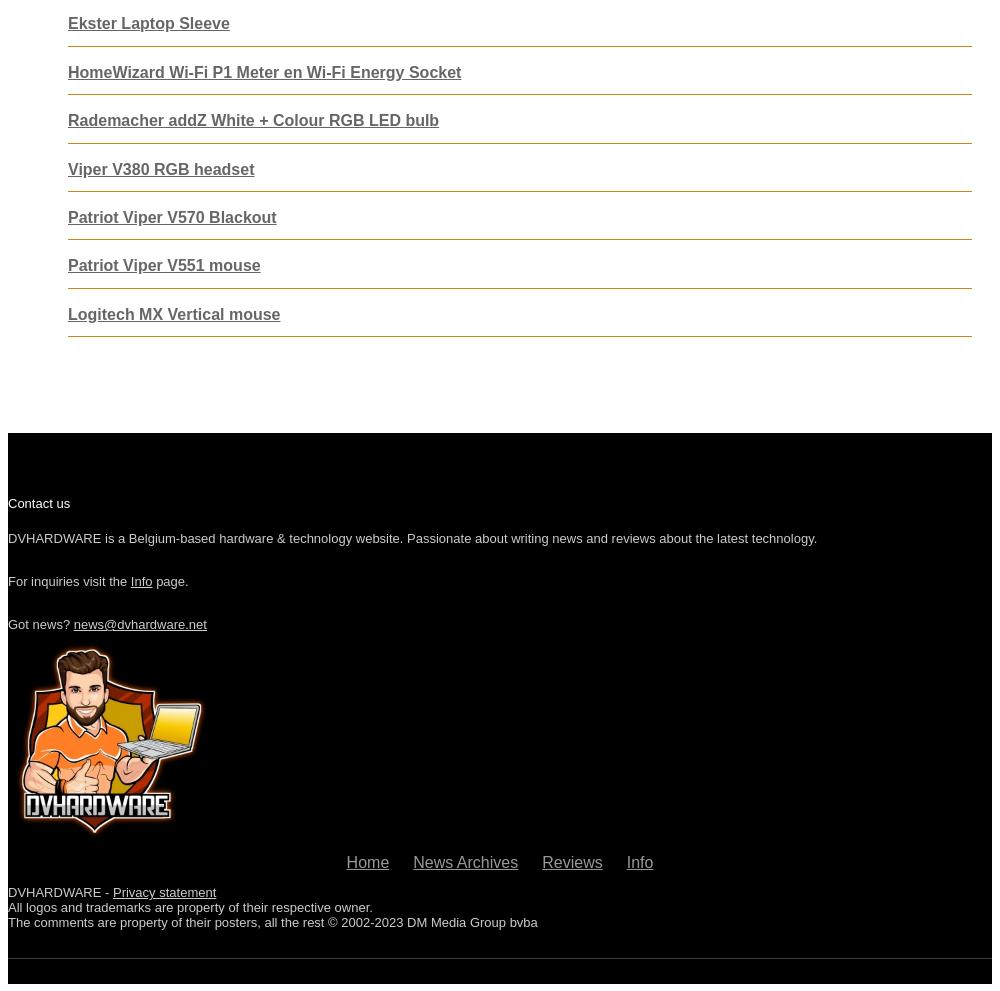  What do you see at coordinates (8, 580) in the screenshot?
I see `'For inquiries visit the'` at bounding box center [8, 580].